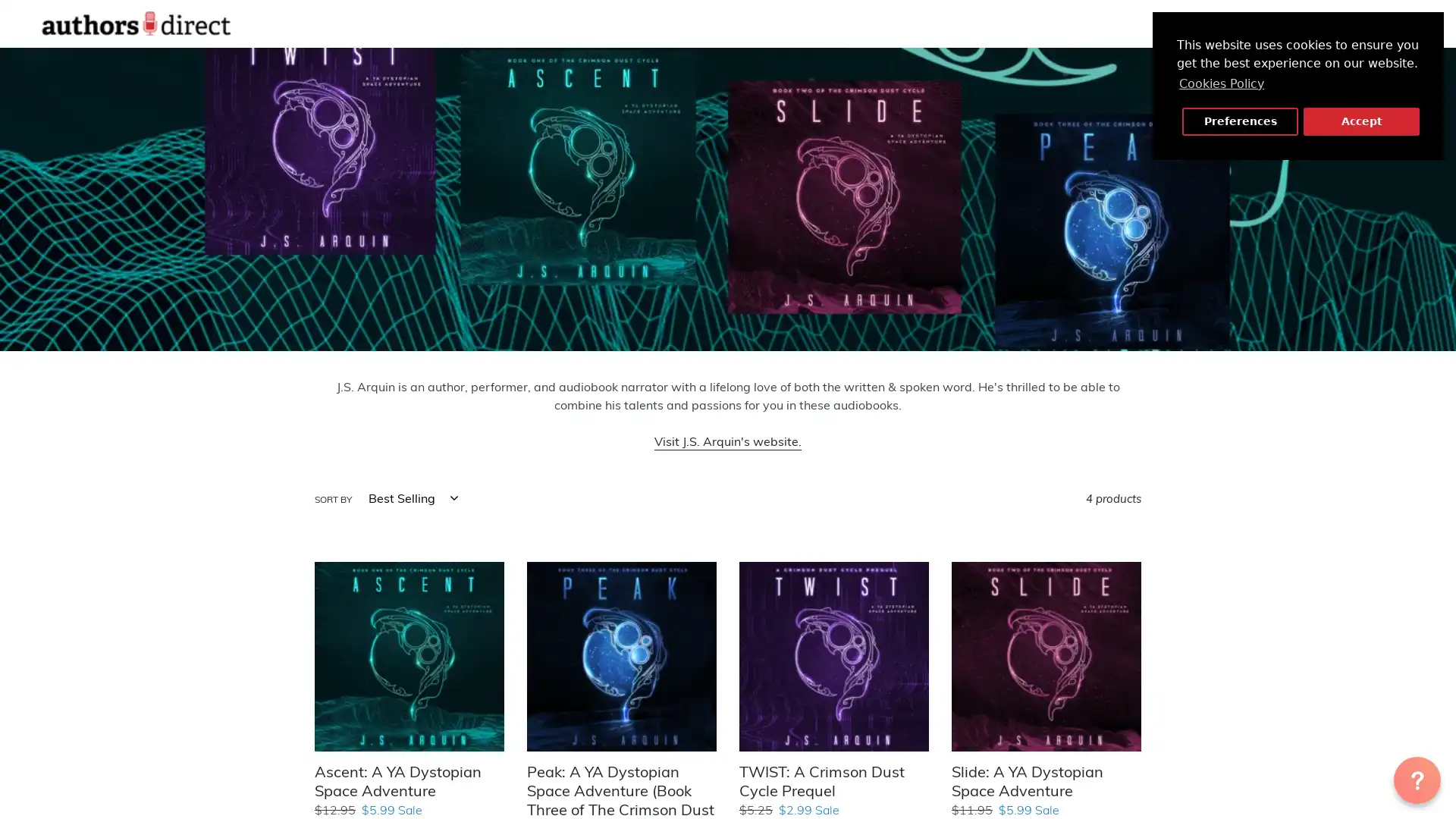 Image resolution: width=1456 pixels, height=819 pixels. I want to click on Accept, so click(1361, 121).